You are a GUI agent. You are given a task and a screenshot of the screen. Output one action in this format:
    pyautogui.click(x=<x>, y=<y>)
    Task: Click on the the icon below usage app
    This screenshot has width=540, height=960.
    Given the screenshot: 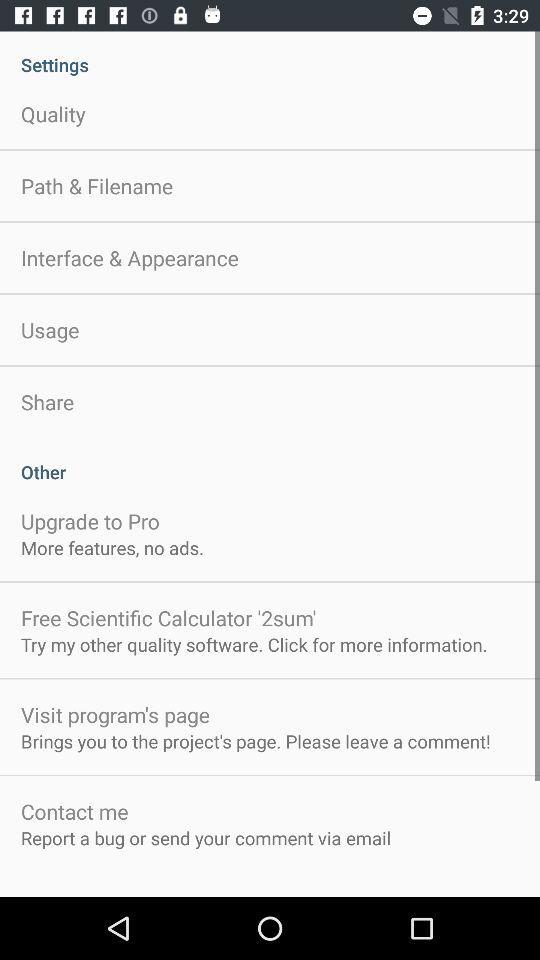 What is the action you would take?
    pyautogui.click(x=47, y=401)
    